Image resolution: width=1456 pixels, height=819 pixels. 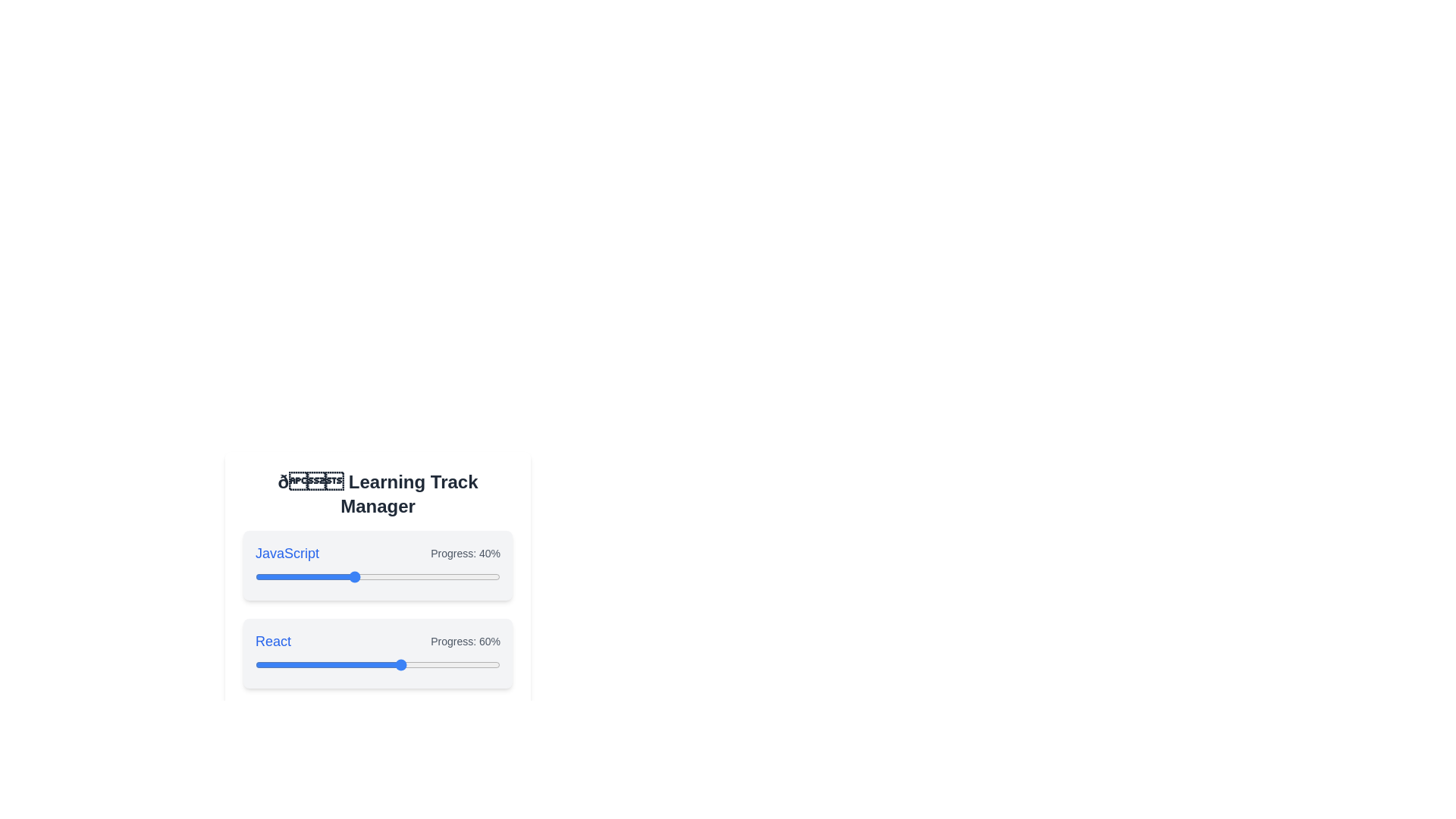 What do you see at coordinates (470, 664) in the screenshot?
I see `the progress` at bounding box center [470, 664].